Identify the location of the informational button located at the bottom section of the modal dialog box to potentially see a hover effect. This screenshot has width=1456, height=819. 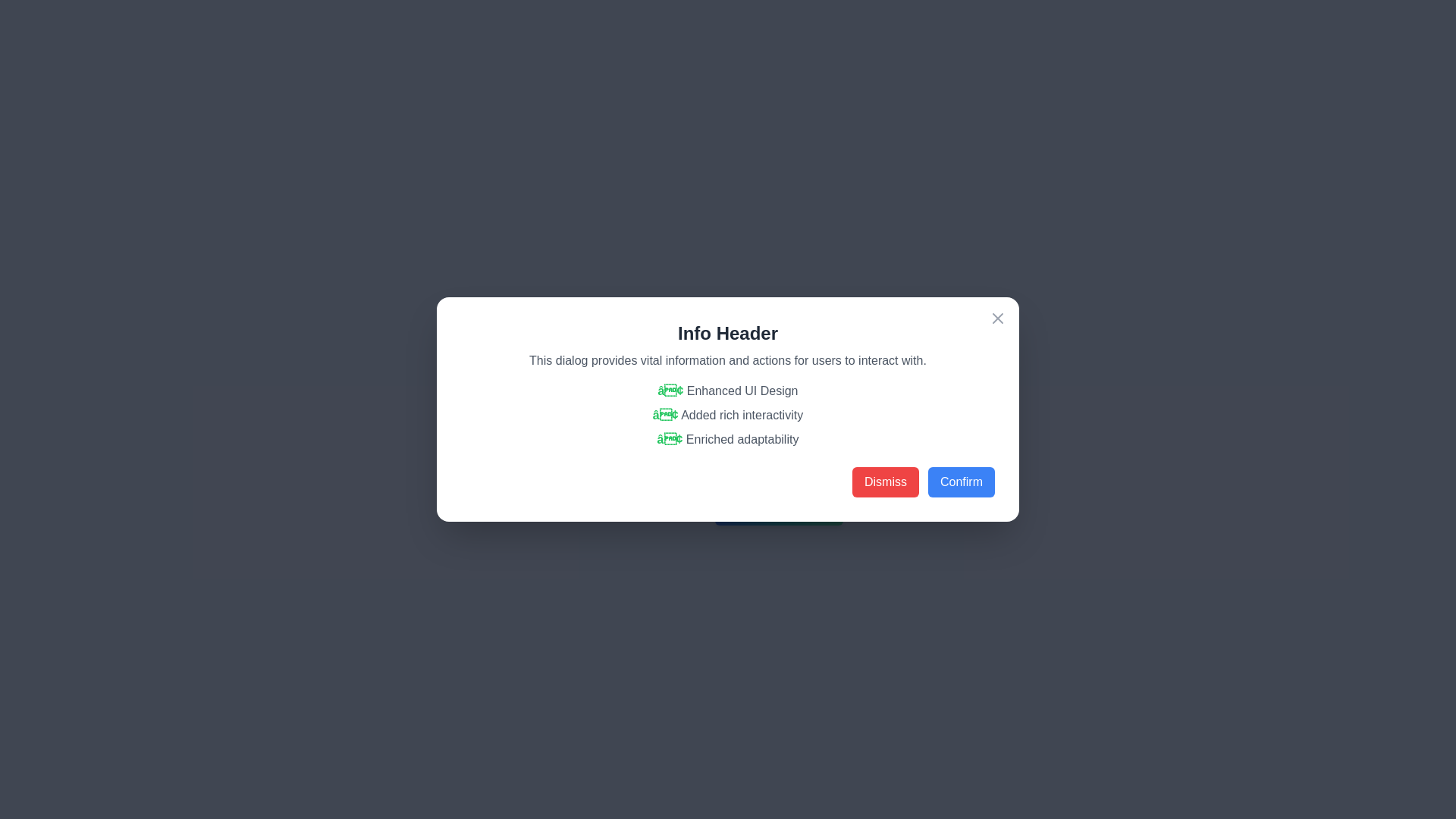
(779, 510).